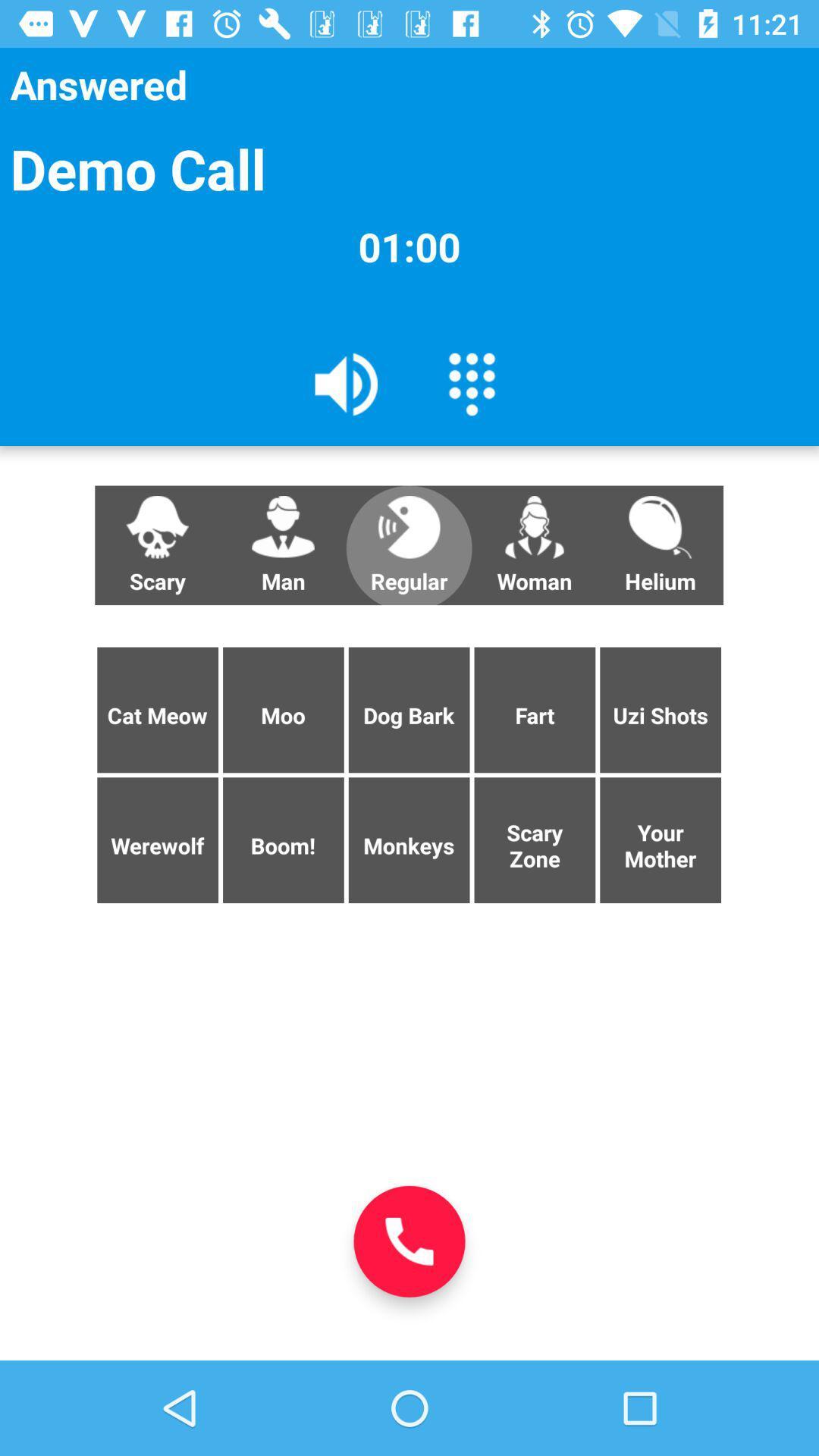  What do you see at coordinates (409, 1241) in the screenshot?
I see `the app below monkeys app` at bounding box center [409, 1241].